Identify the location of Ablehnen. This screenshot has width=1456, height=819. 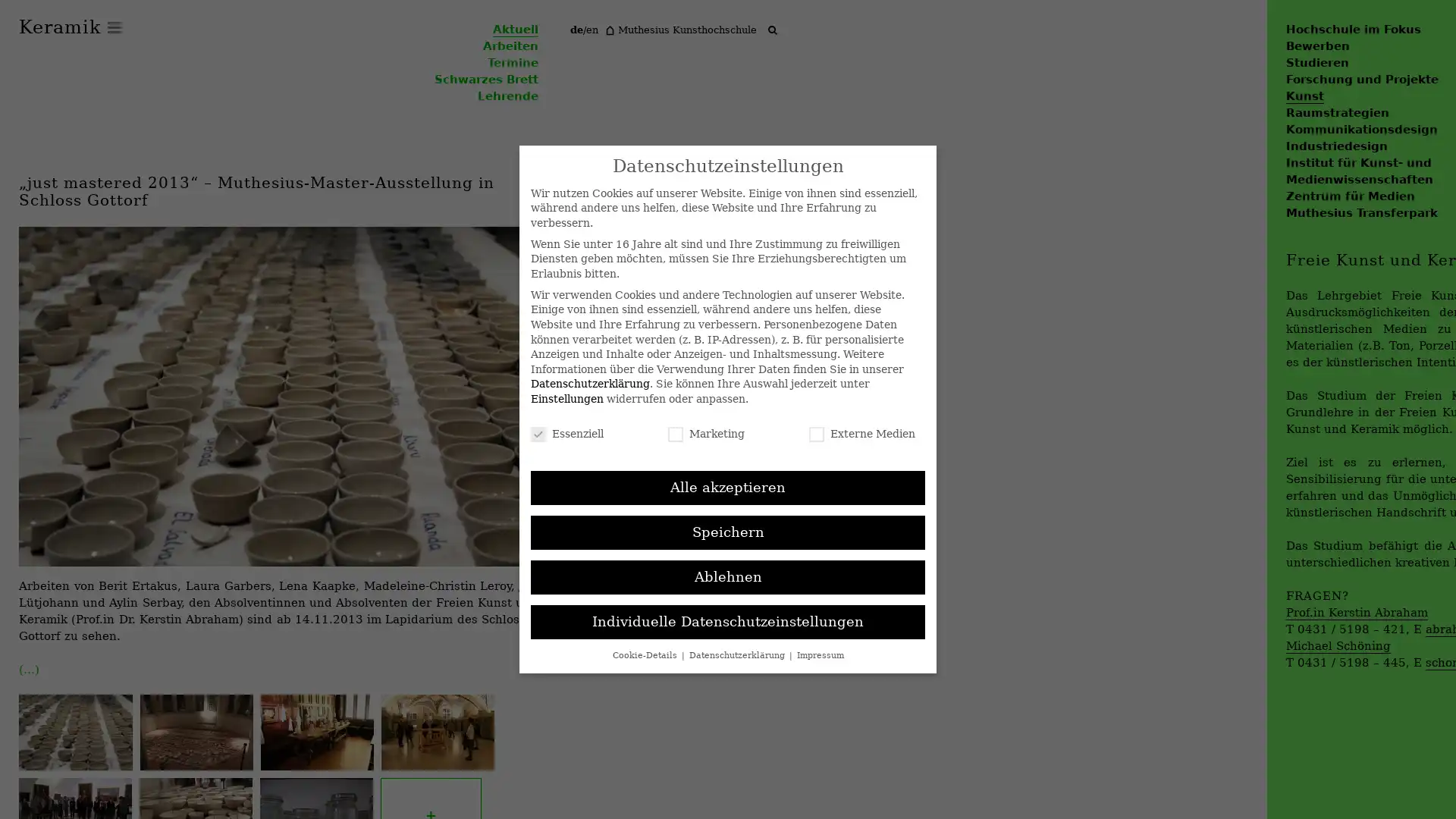
(728, 576).